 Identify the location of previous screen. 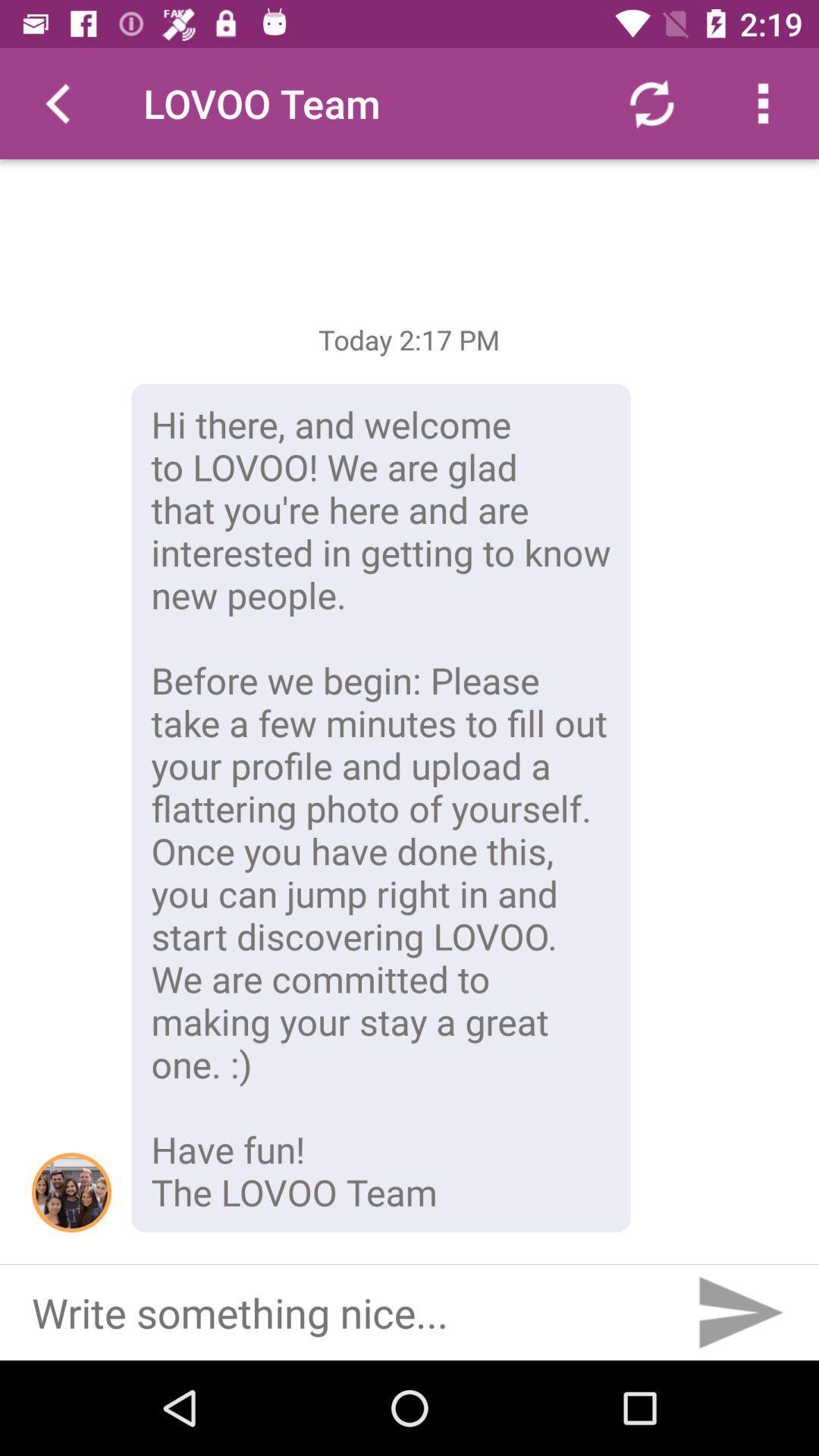
(55, 102).